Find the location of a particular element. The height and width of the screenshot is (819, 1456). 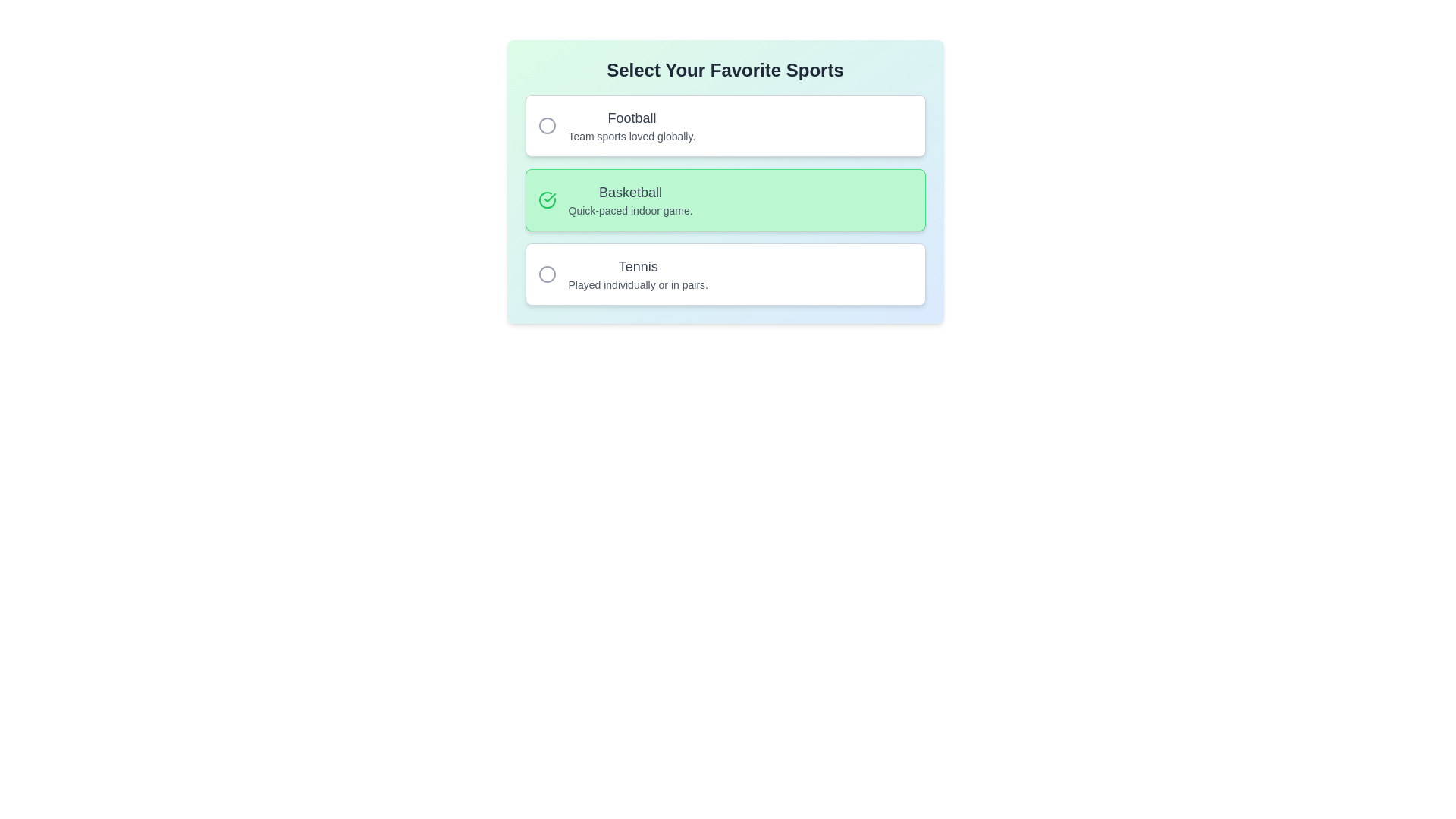

the unselected radio button for the 'Tennis' option to observe potential hover effects is located at coordinates (546, 275).